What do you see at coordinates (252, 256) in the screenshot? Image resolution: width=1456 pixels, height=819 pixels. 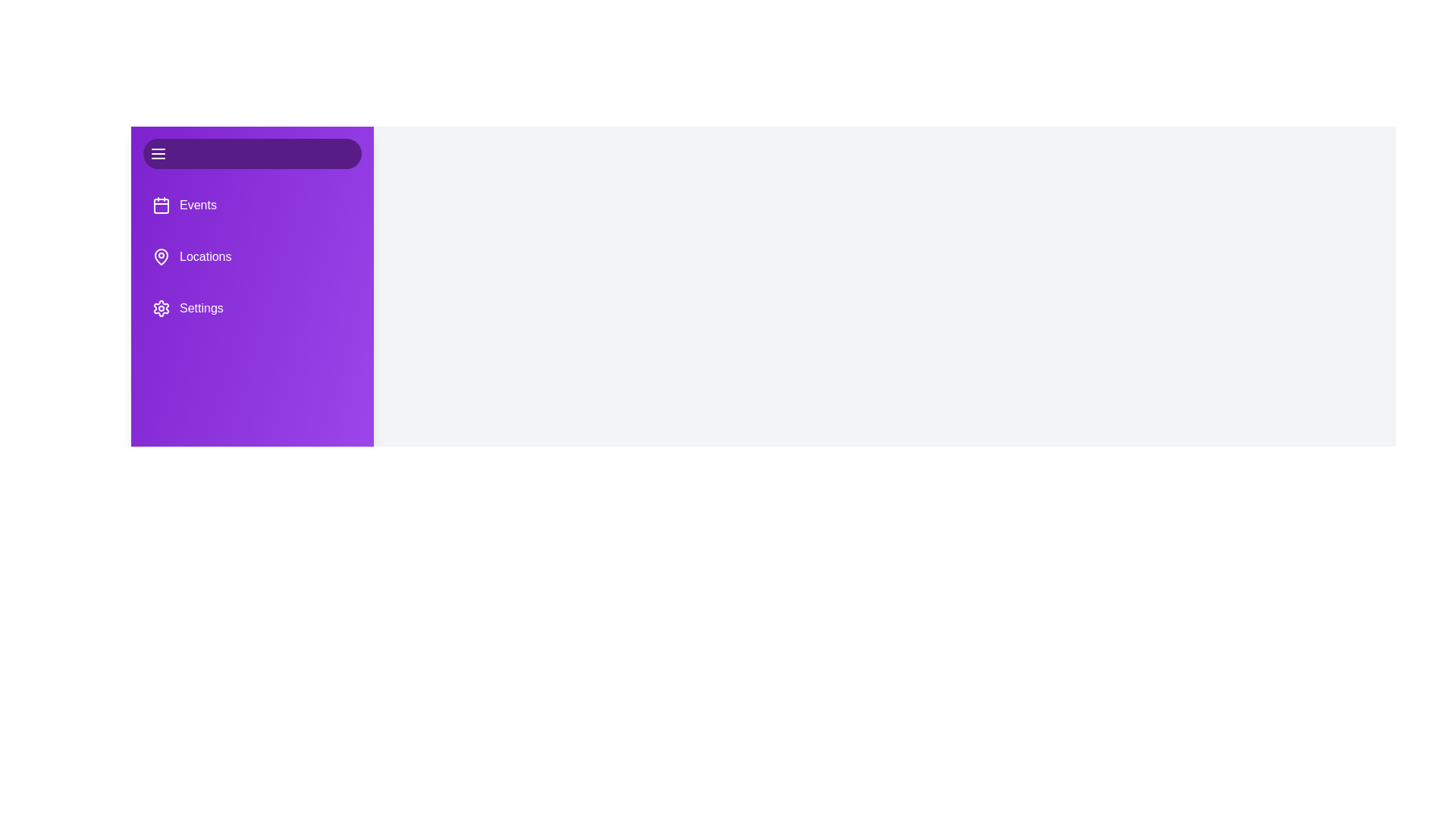 I see `the menu item Locations to observe its interactivity` at bounding box center [252, 256].